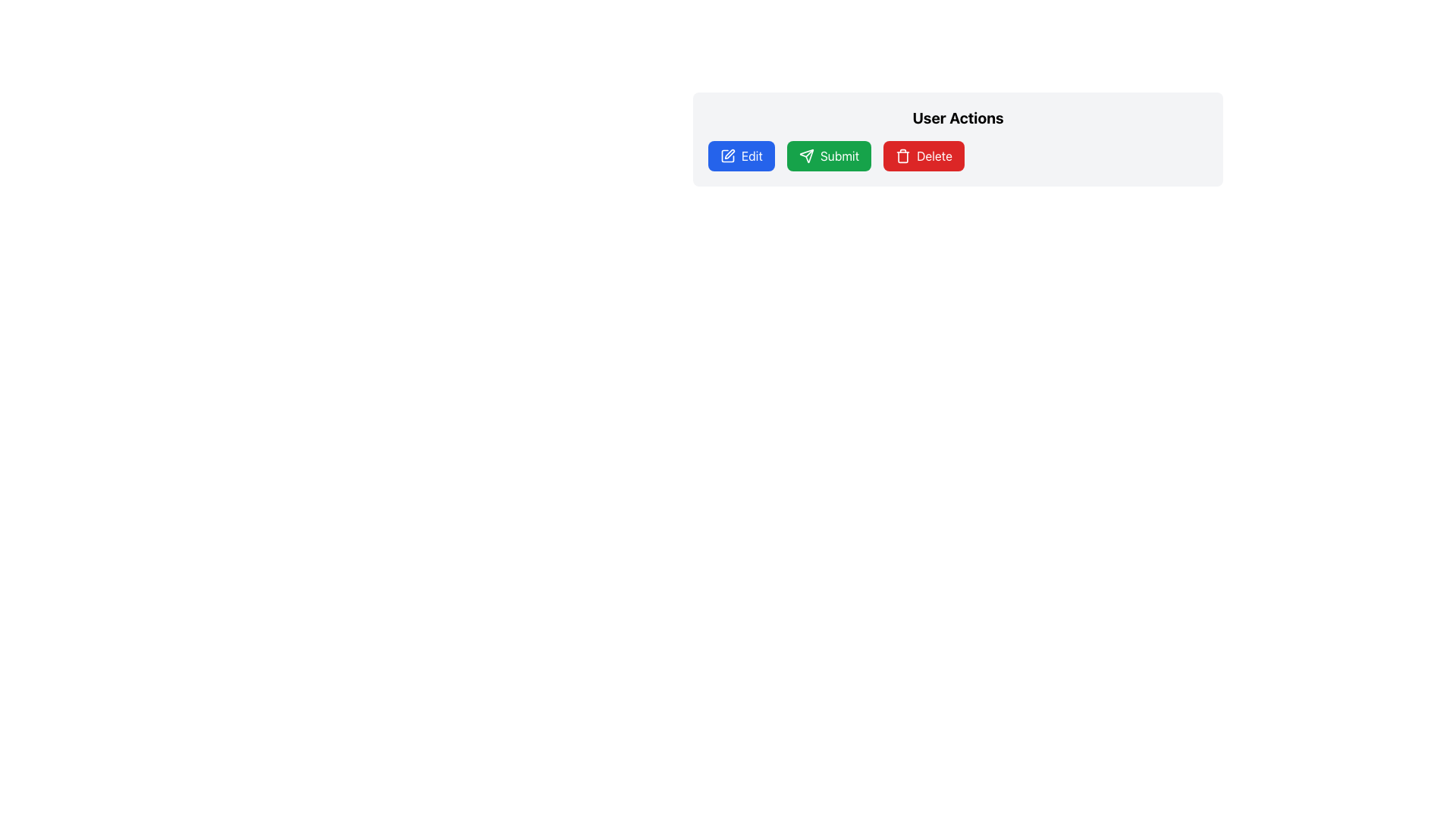  I want to click on the 'Submit' button that contains the paper plane icon located between the 'Edit' and 'Delete' buttons in the 'User Actions' section, so click(808, 153).